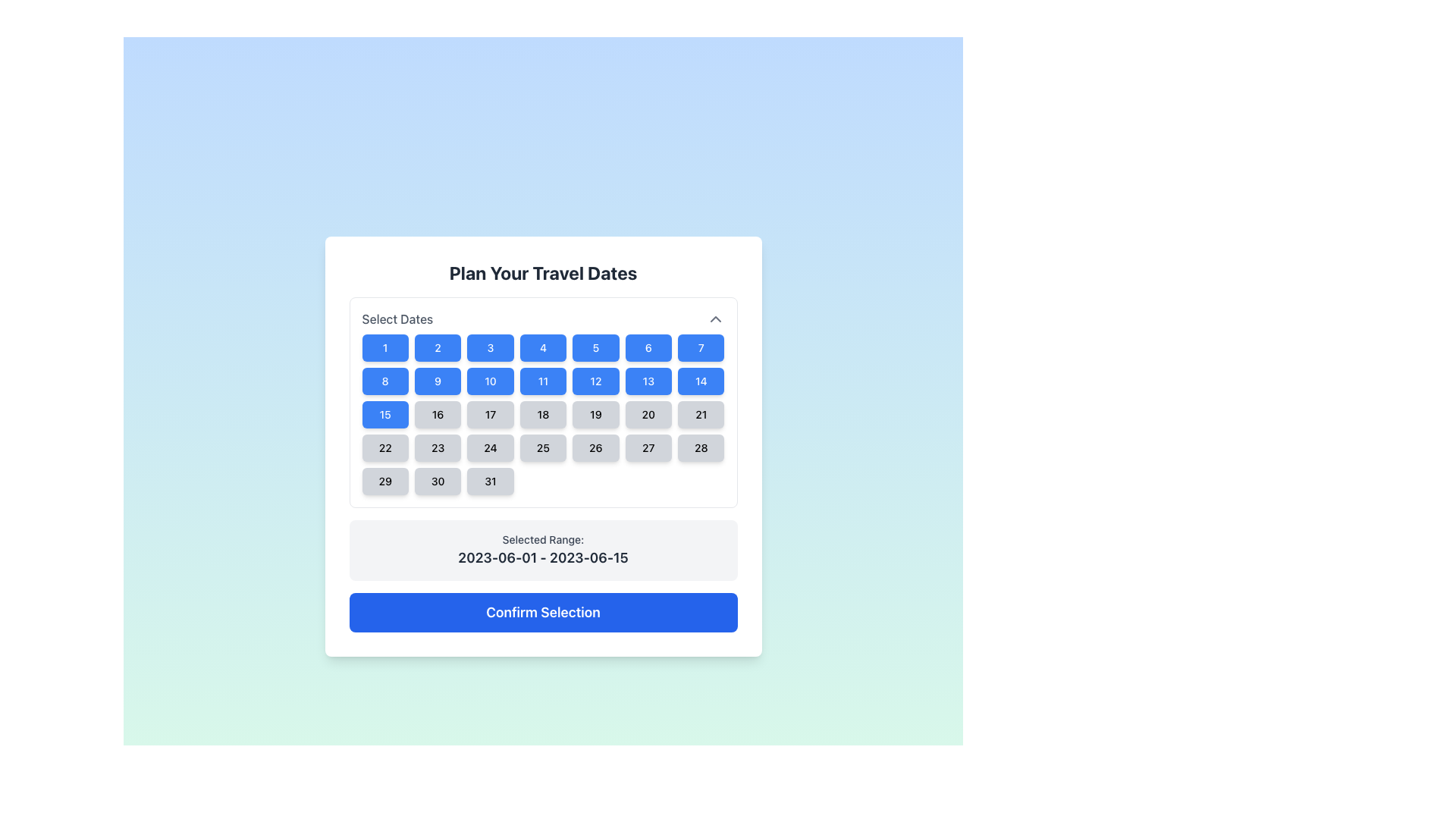 This screenshot has width=1456, height=819. What do you see at coordinates (700, 415) in the screenshot?
I see `the date button located in the sixth row and sixth column of the date picker grid` at bounding box center [700, 415].